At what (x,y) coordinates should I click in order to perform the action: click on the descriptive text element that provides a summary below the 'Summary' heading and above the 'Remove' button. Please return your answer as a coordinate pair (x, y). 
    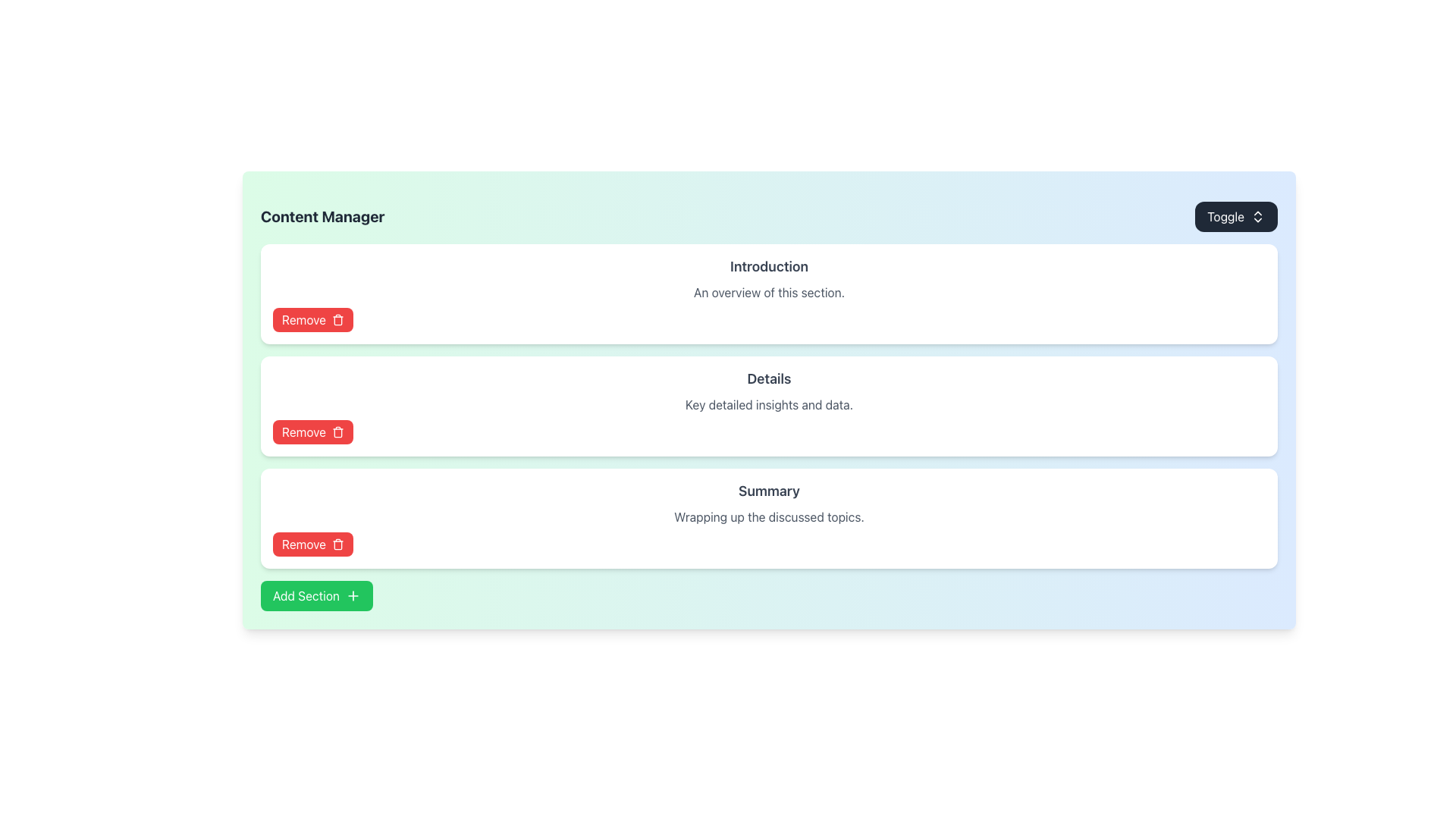
    Looking at the image, I should click on (769, 516).